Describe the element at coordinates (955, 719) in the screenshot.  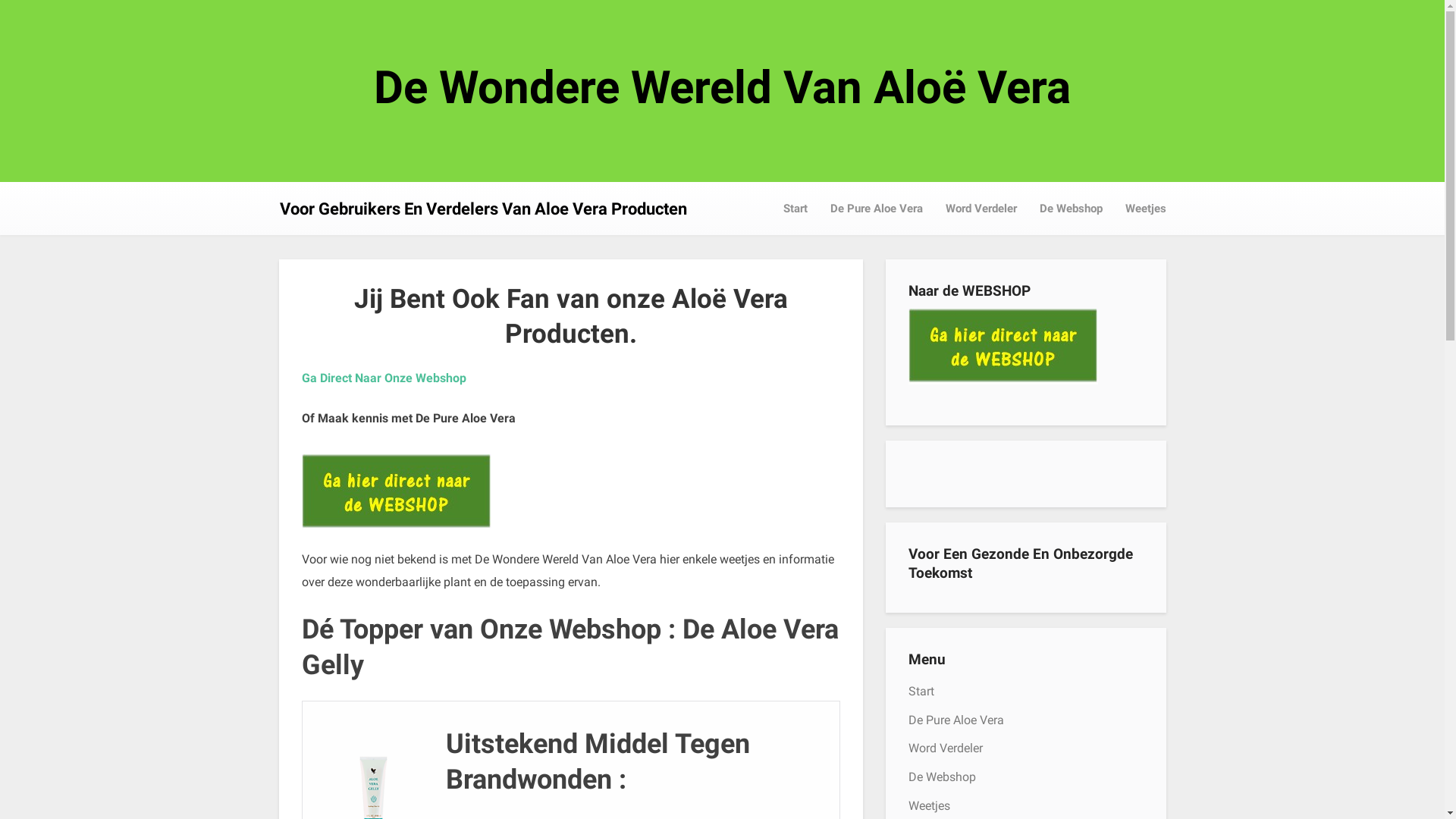
I see `'De Pure Aloe Vera'` at that location.